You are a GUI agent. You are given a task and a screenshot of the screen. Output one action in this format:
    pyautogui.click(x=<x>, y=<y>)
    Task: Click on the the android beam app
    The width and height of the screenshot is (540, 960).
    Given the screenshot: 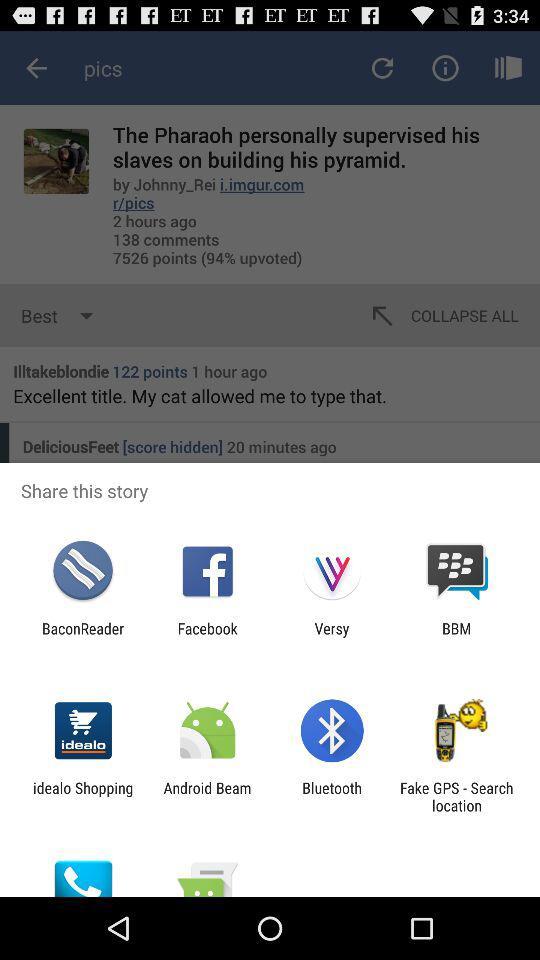 What is the action you would take?
    pyautogui.click(x=206, y=796)
    